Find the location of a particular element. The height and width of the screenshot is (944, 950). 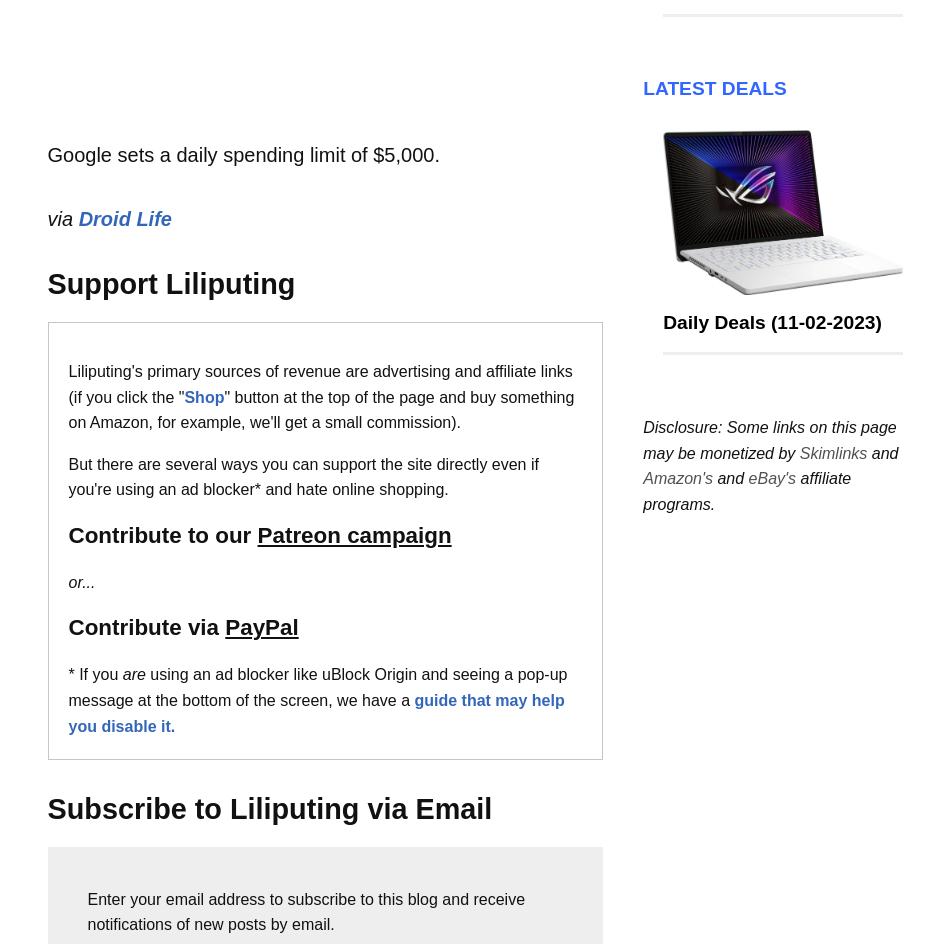

'affiliate programs.' is located at coordinates (745, 490).